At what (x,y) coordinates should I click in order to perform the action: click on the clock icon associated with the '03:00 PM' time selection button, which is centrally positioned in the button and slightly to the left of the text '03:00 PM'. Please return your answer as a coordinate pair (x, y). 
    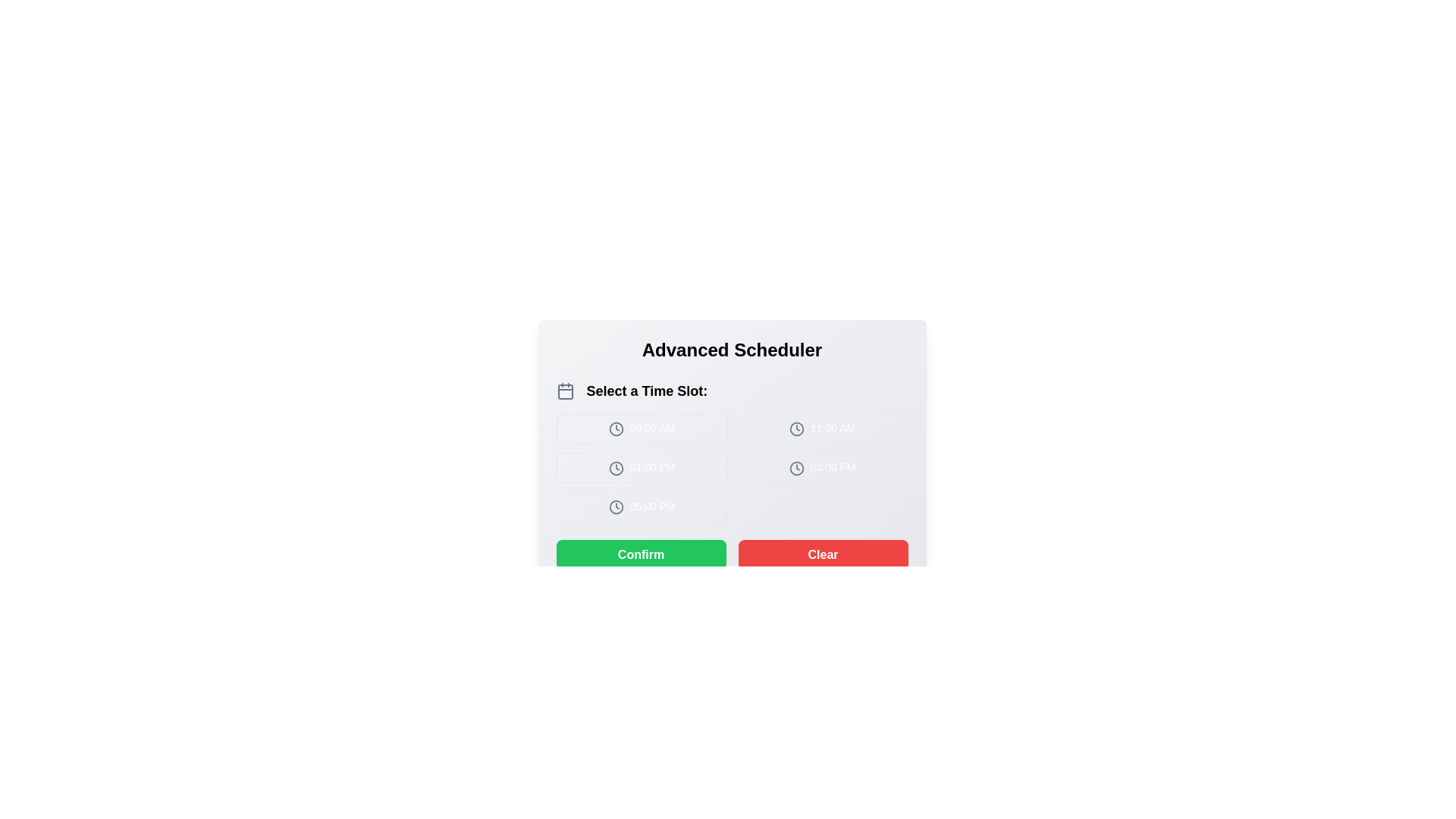
    Looking at the image, I should click on (795, 467).